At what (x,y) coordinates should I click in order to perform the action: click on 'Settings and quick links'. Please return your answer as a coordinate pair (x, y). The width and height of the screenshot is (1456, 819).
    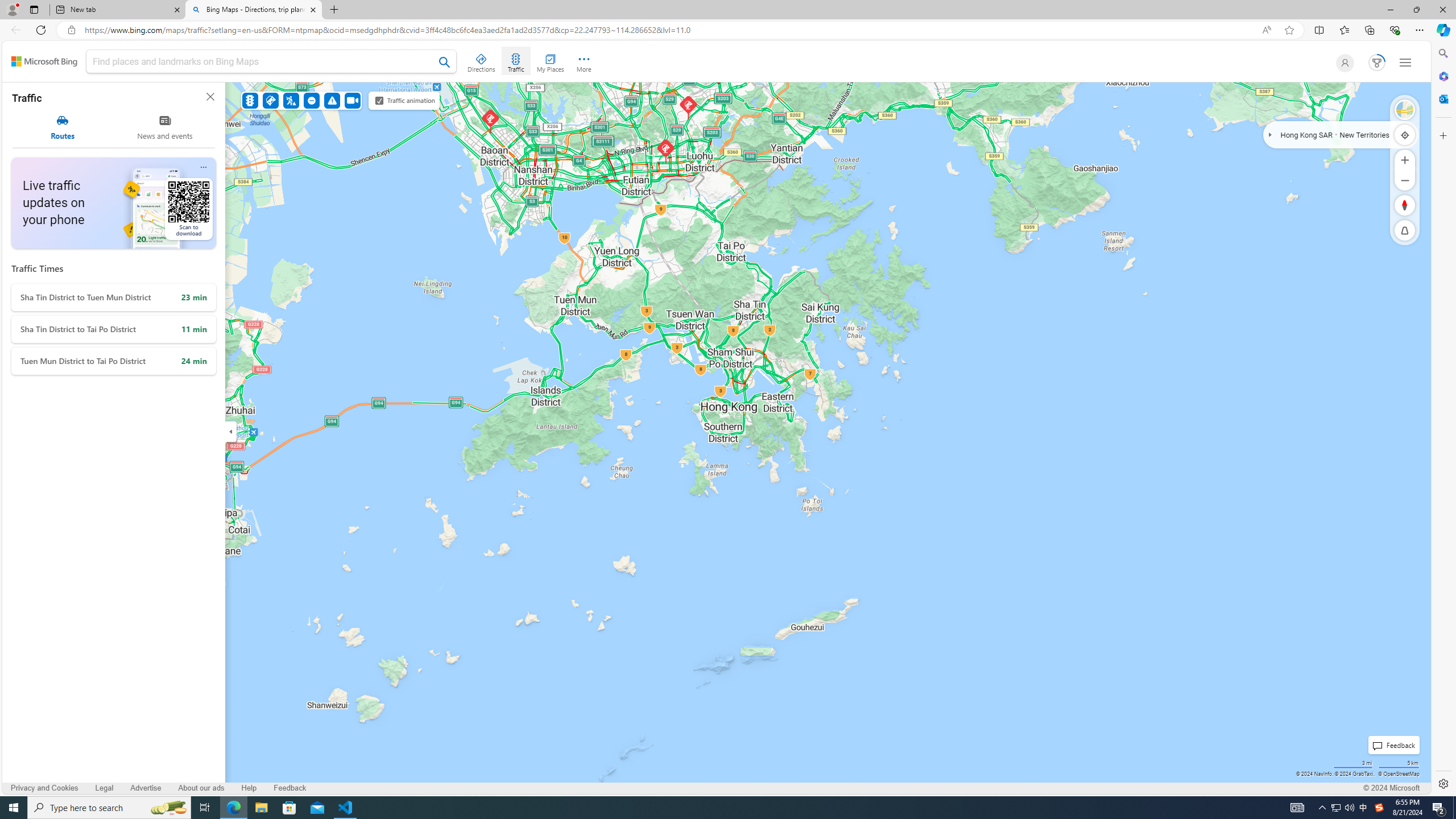
    Looking at the image, I should click on (1405, 63).